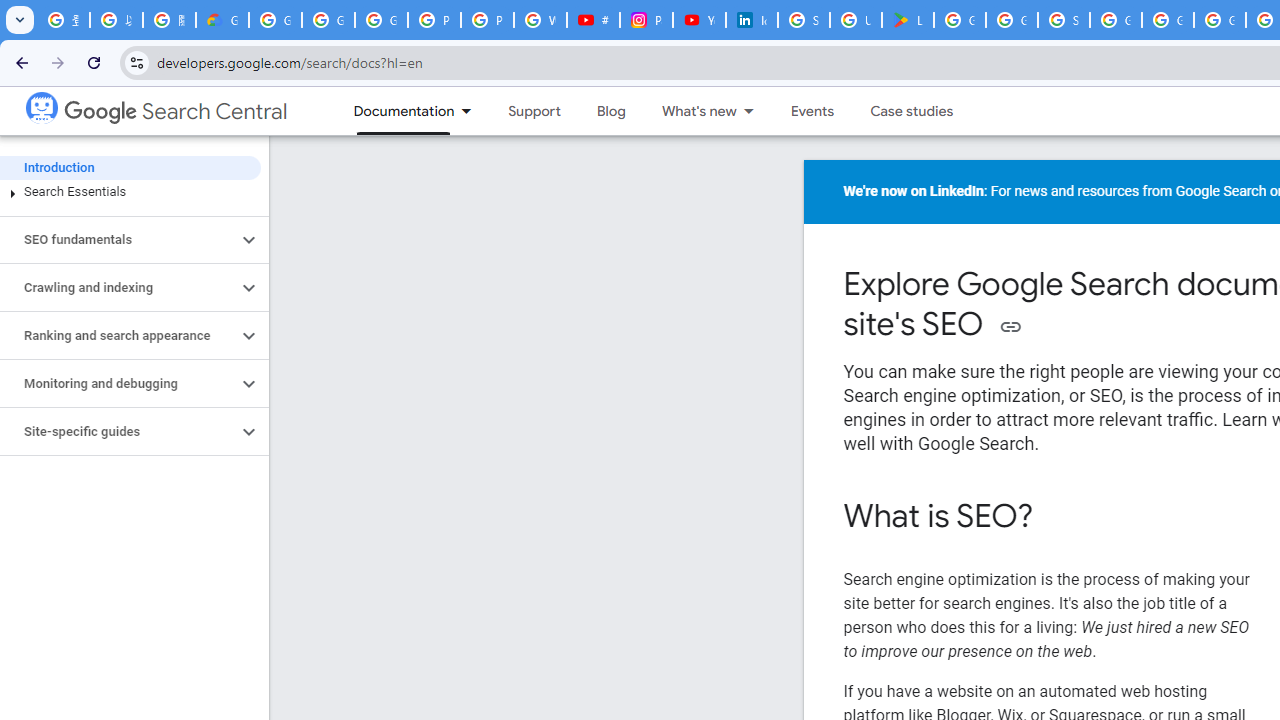  Describe the element at coordinates (117, 239) in the screenshot. I see `'SEO fundamentals'` at that location.